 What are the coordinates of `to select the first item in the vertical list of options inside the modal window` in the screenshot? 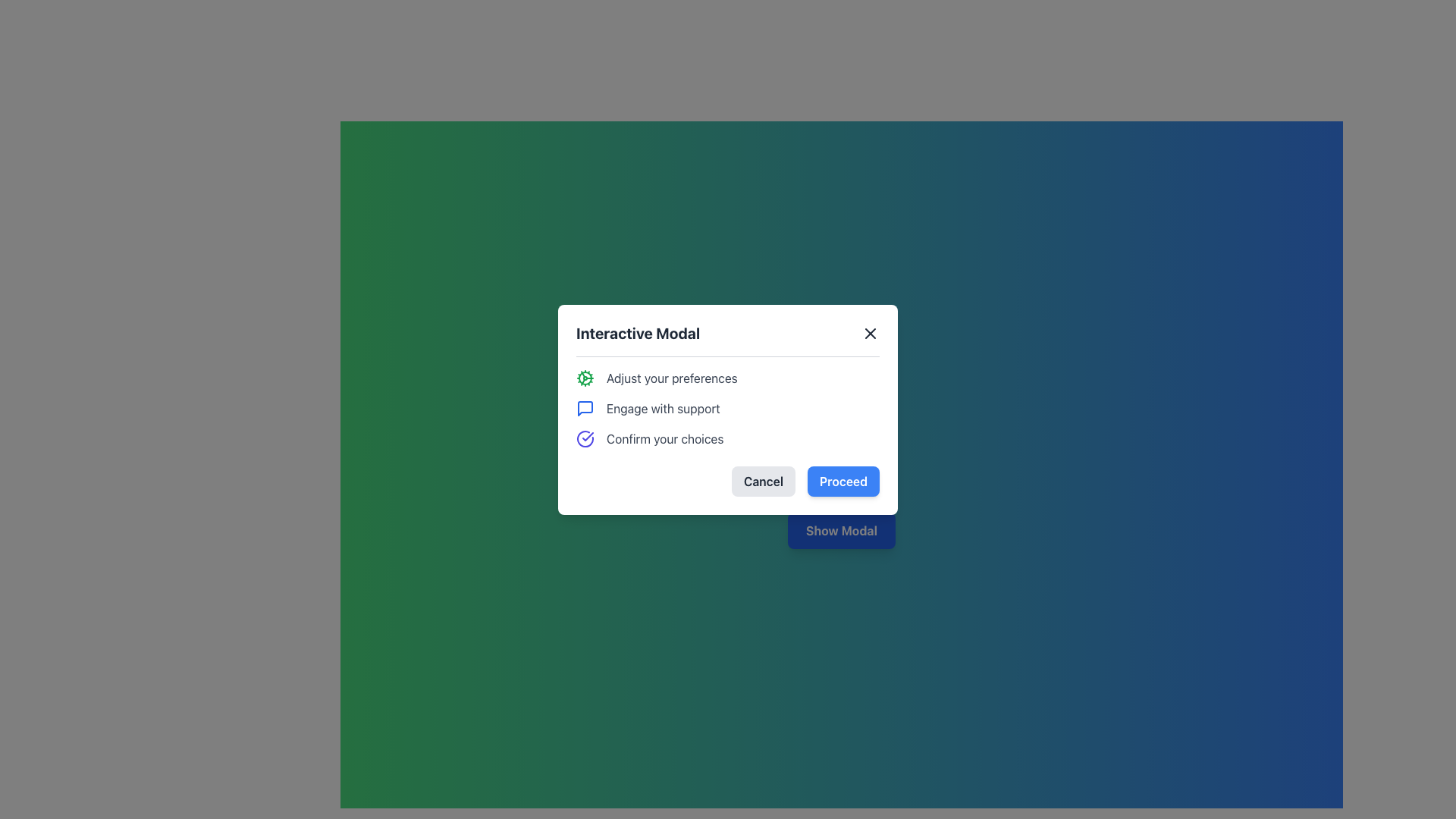 It's located at (728, 376).